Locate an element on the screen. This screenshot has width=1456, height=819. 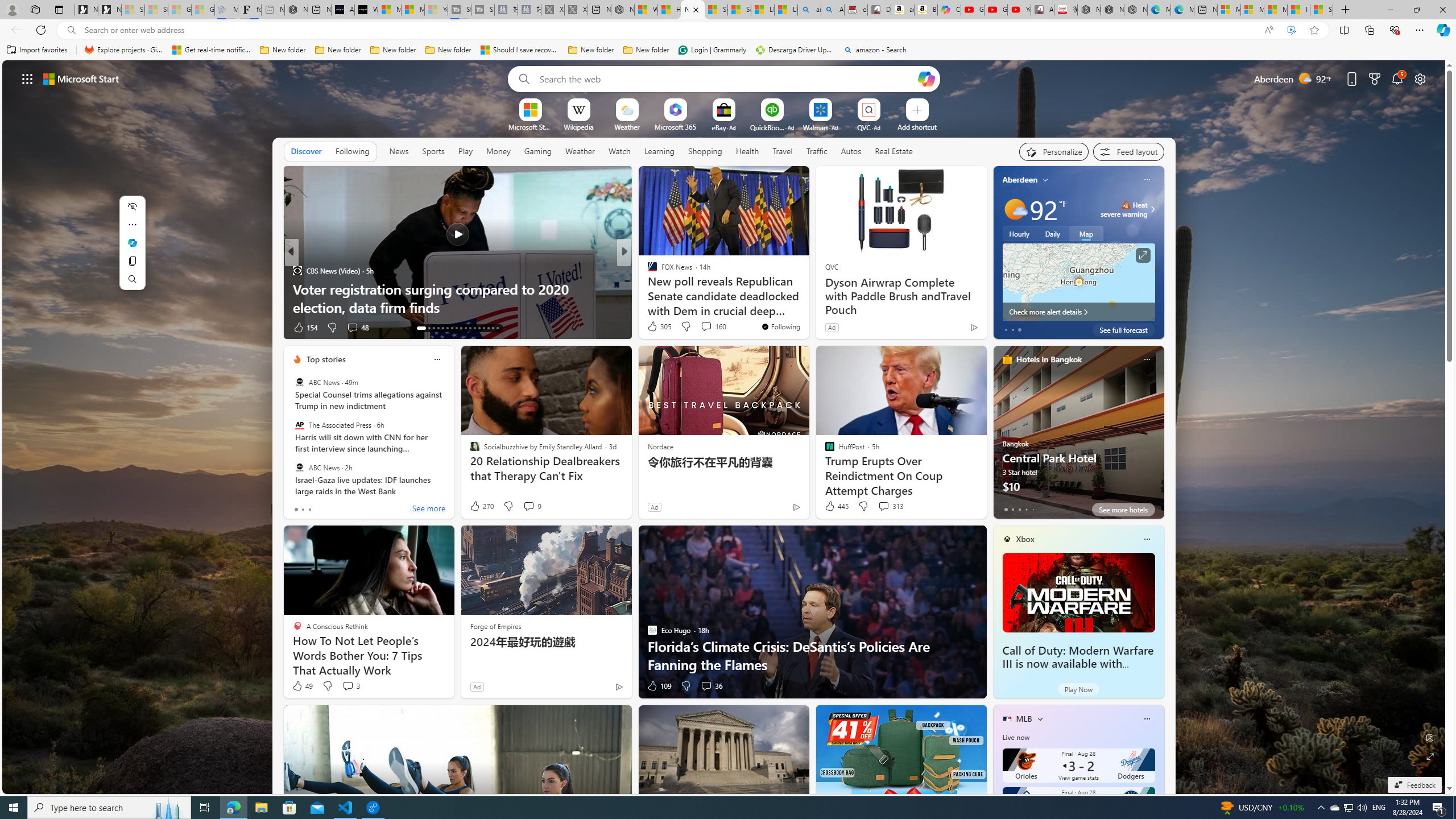
'Weather' is located at coordinates (580, 151).